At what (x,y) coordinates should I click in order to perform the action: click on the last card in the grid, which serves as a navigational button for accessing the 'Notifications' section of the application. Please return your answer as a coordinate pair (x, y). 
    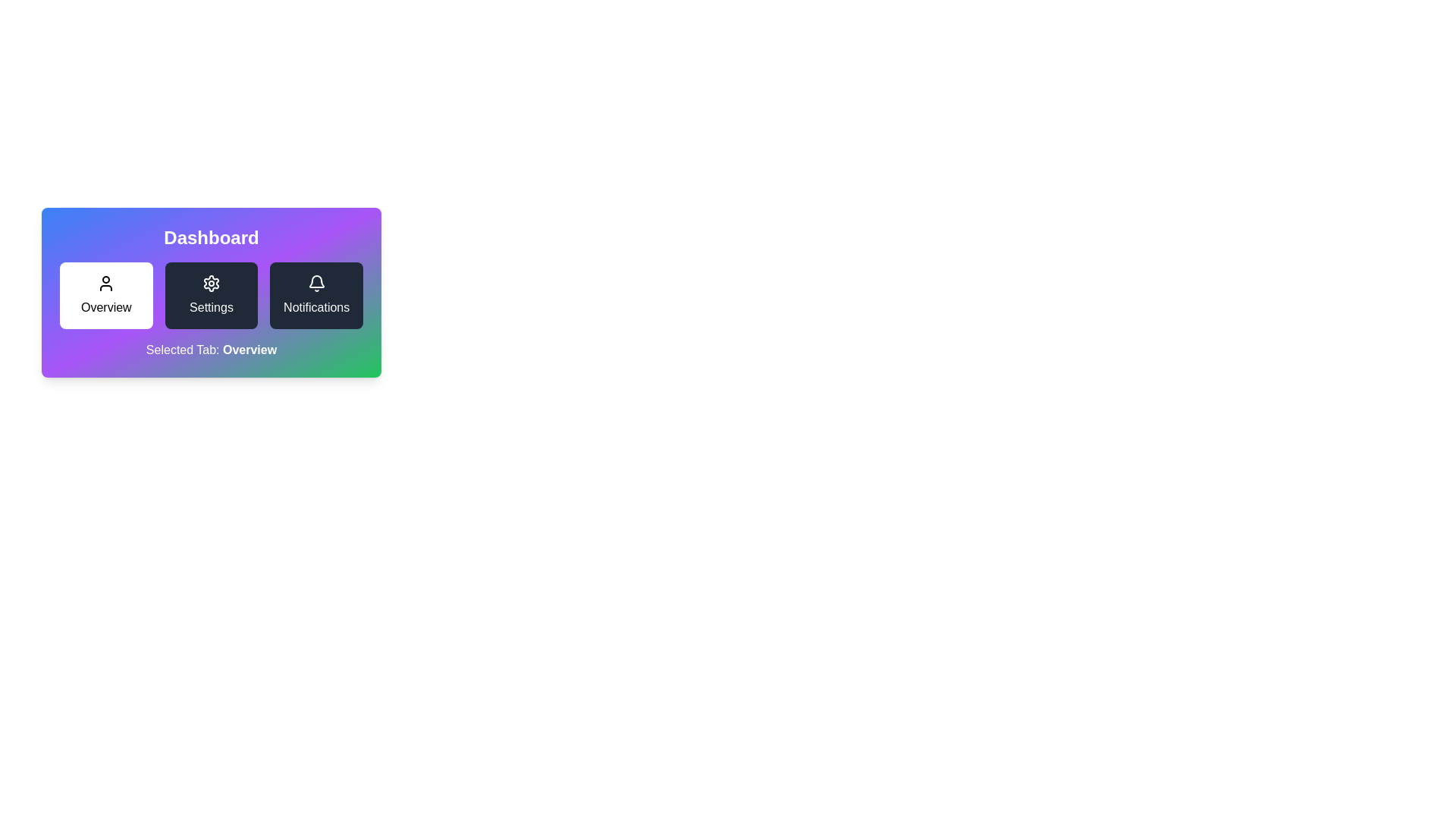
    Looking at the image, I should click on (315, 295).